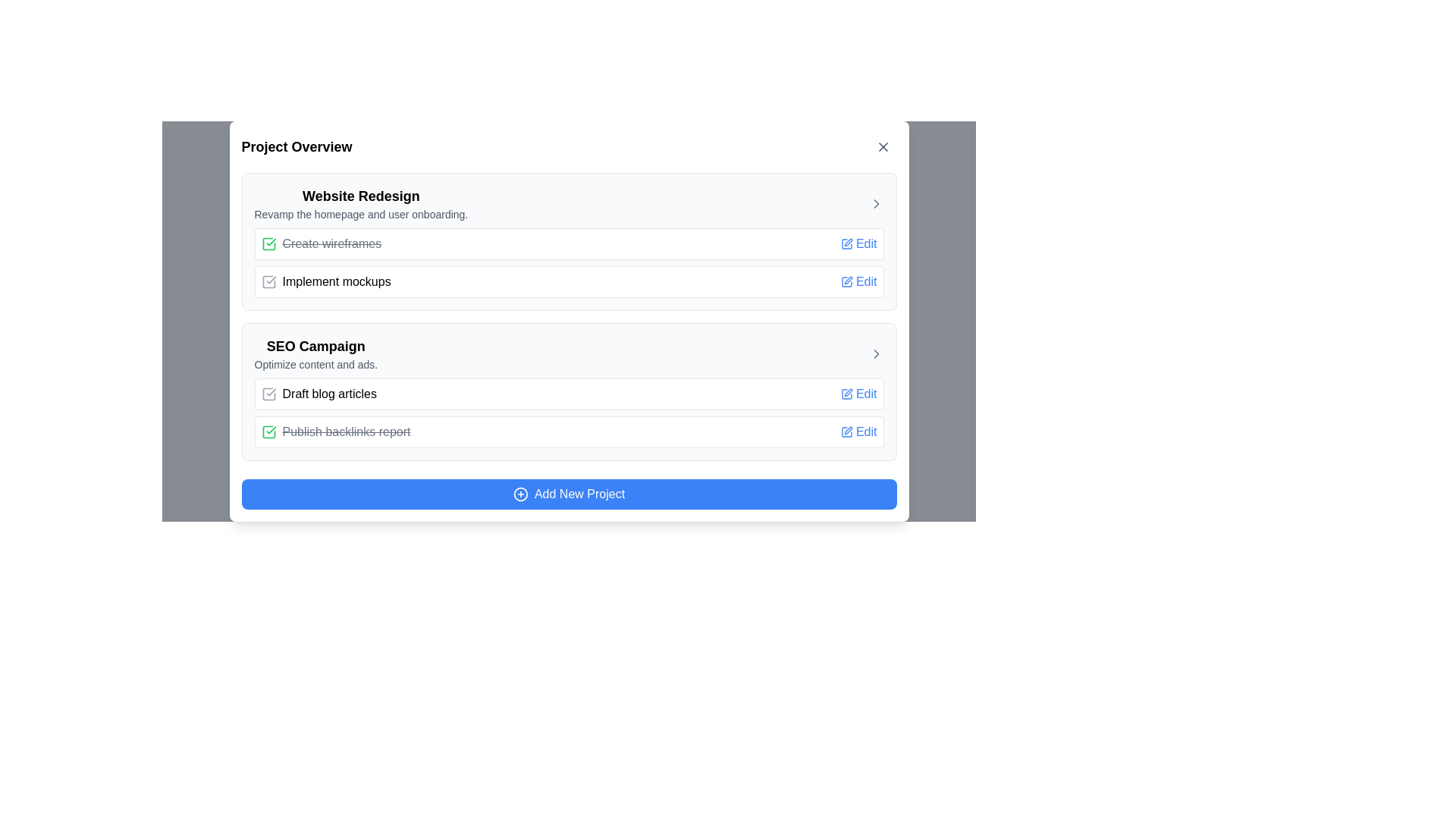 The image size is (1456, 819). I want to click on the pencil icon representing the edit action for the 'Website Redesign' section, so click(847, 242).